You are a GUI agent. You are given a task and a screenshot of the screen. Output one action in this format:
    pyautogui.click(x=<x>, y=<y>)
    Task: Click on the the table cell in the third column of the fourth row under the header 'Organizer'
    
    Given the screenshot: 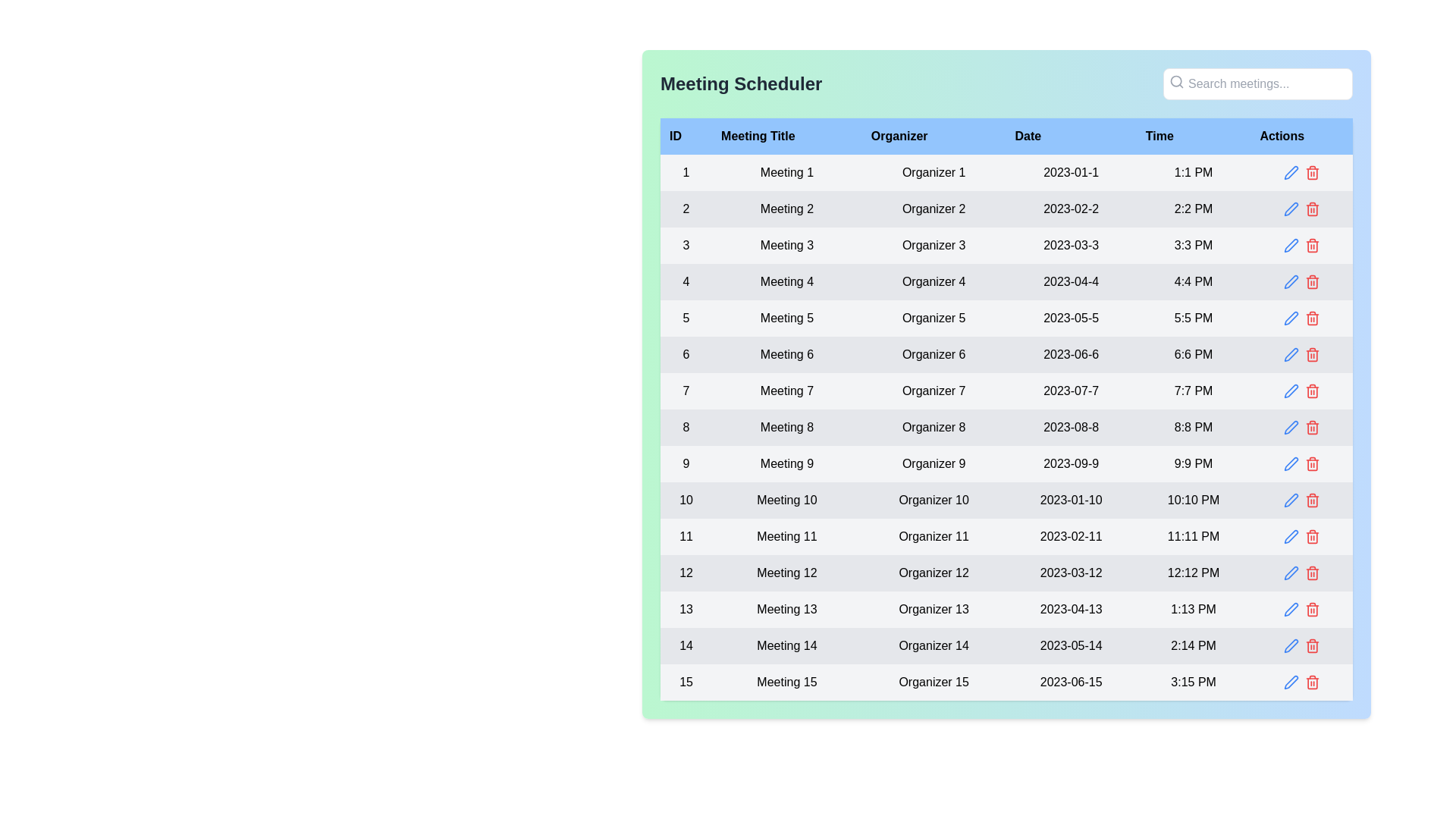 What is the action you would take?
    pyautogui.click(x=933, y=281)
    